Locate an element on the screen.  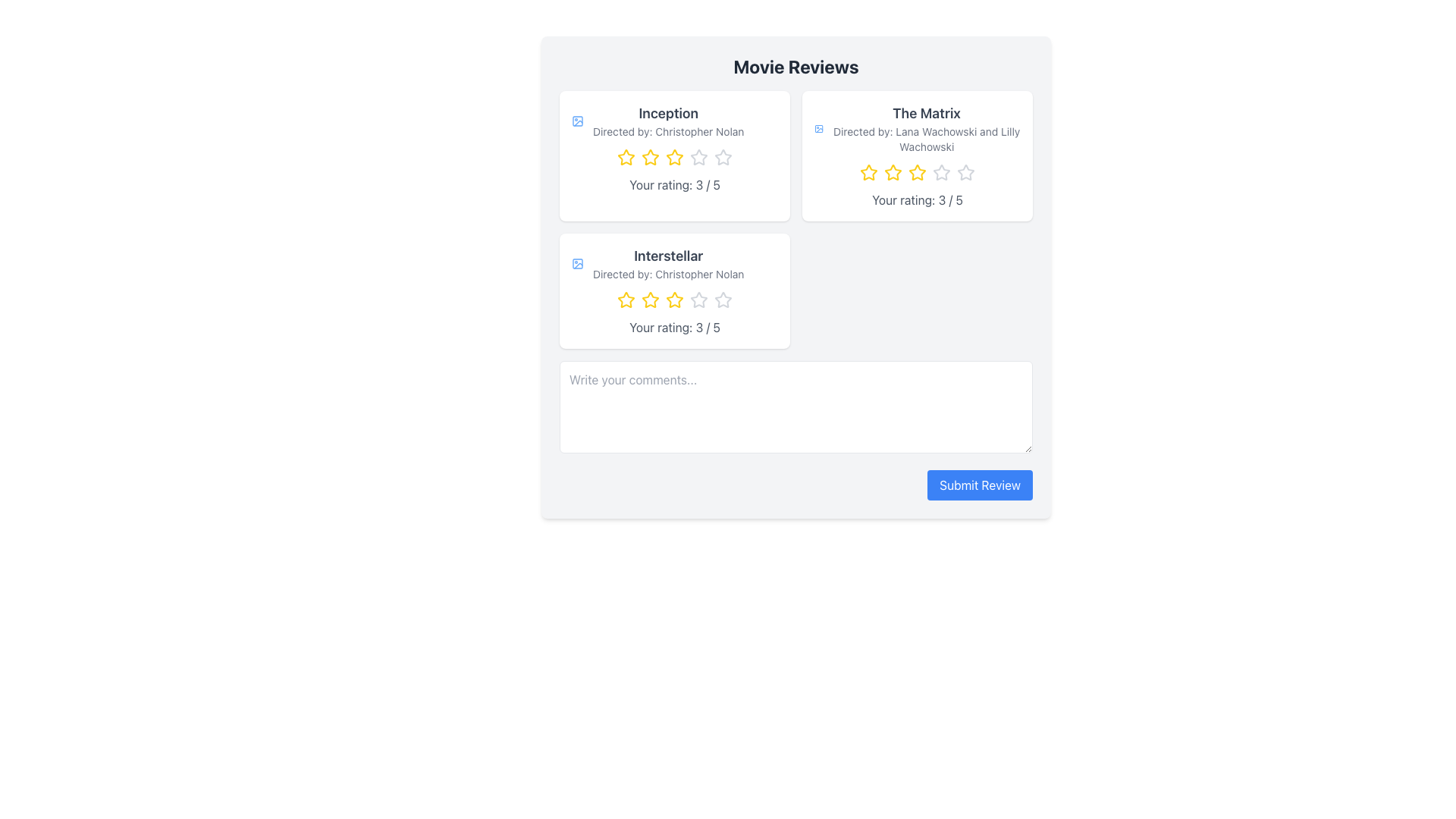
the glowing yellow star icon used for ratings, which is the first of five stars in the 'The Matrix' section of the review interface is located at coordinates (869, 171).